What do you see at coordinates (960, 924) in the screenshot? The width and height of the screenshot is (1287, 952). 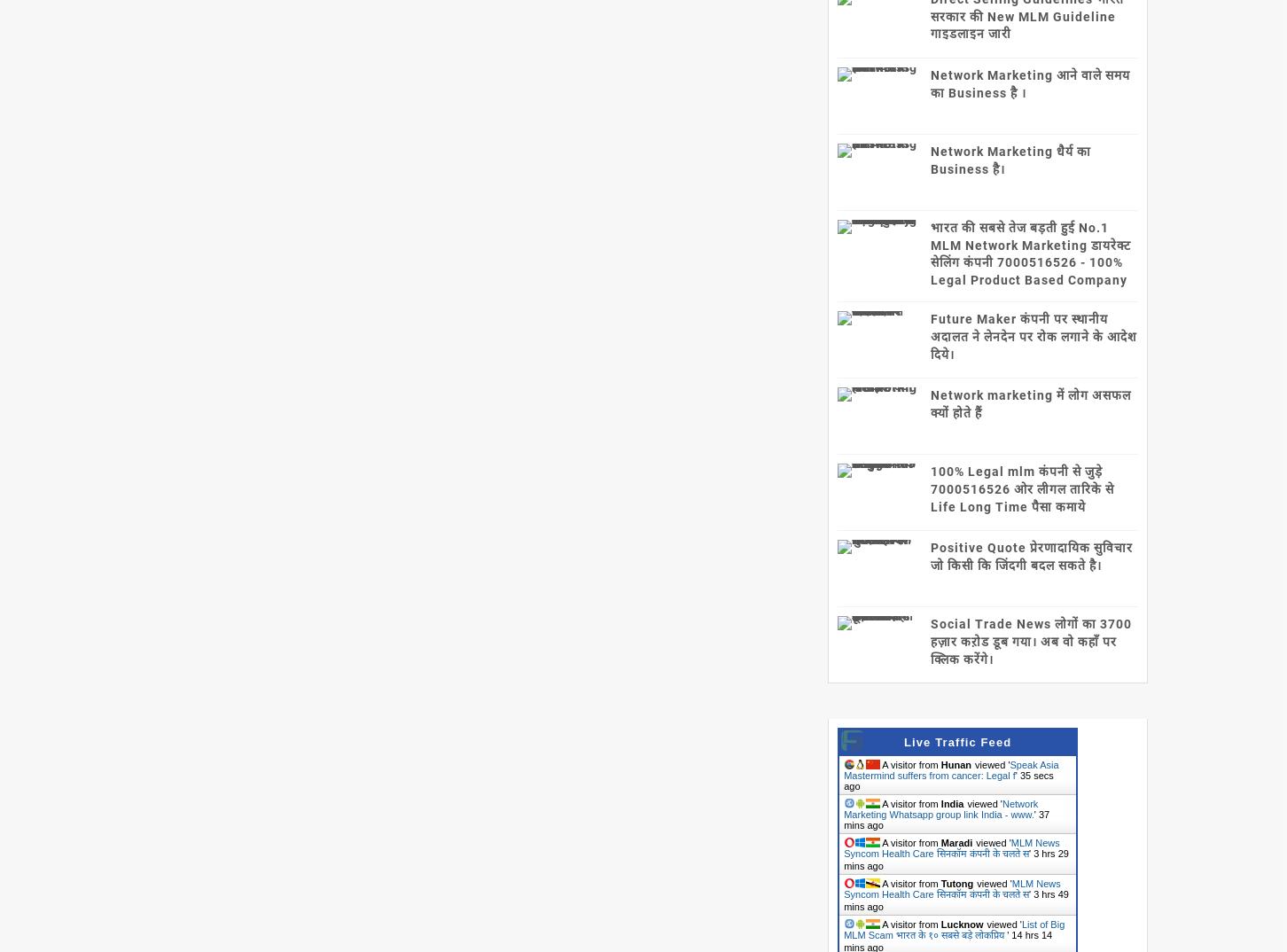 I see `'Lucknow'` at bounding box center [960, 924].